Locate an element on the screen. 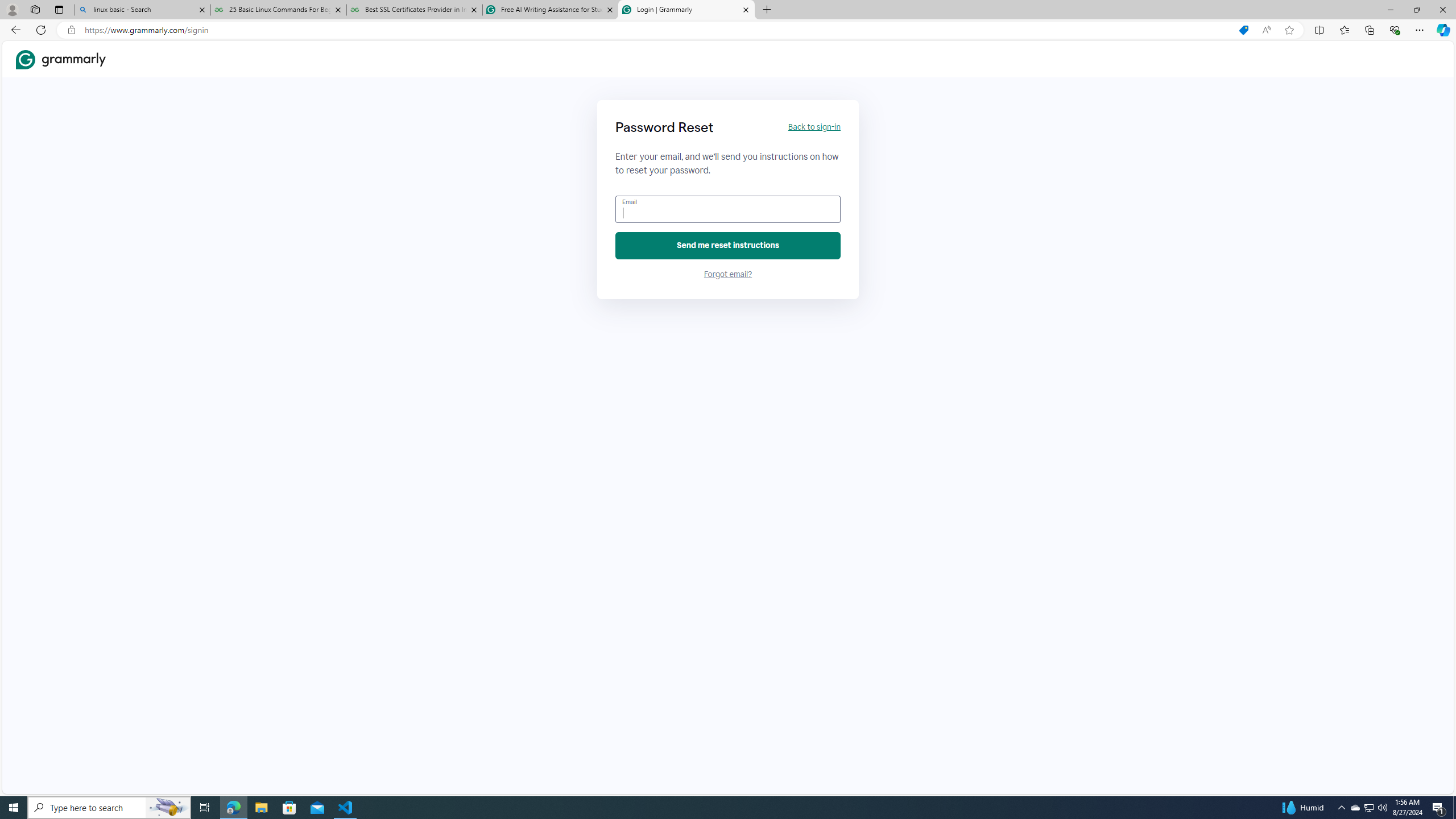  'Back to sign-in' is located at coordinates (813, 126).